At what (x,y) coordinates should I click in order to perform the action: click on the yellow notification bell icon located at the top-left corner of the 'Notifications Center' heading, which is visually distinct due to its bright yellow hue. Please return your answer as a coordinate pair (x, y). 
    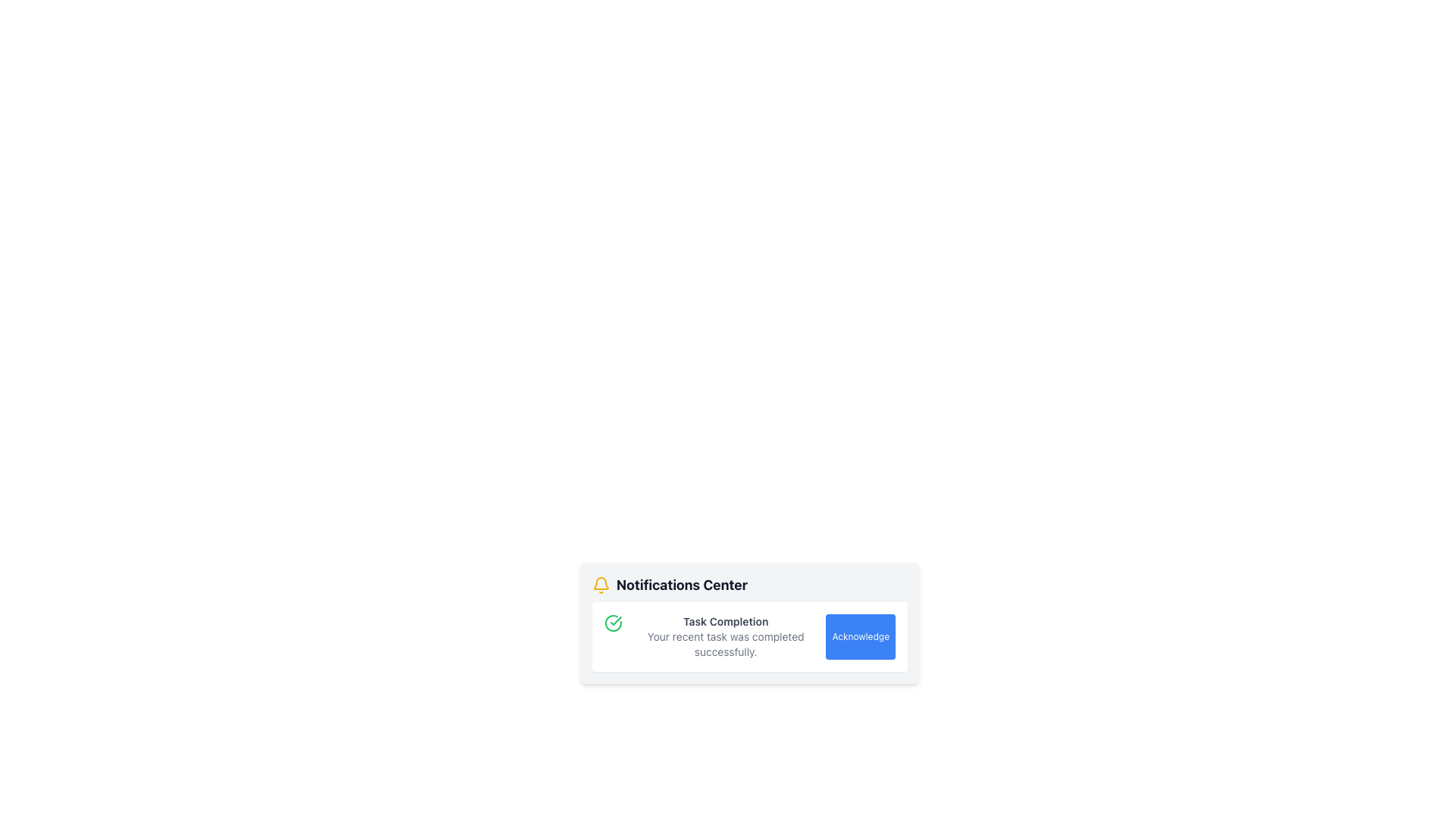
    Looking at the image, I should click on (600, 584).